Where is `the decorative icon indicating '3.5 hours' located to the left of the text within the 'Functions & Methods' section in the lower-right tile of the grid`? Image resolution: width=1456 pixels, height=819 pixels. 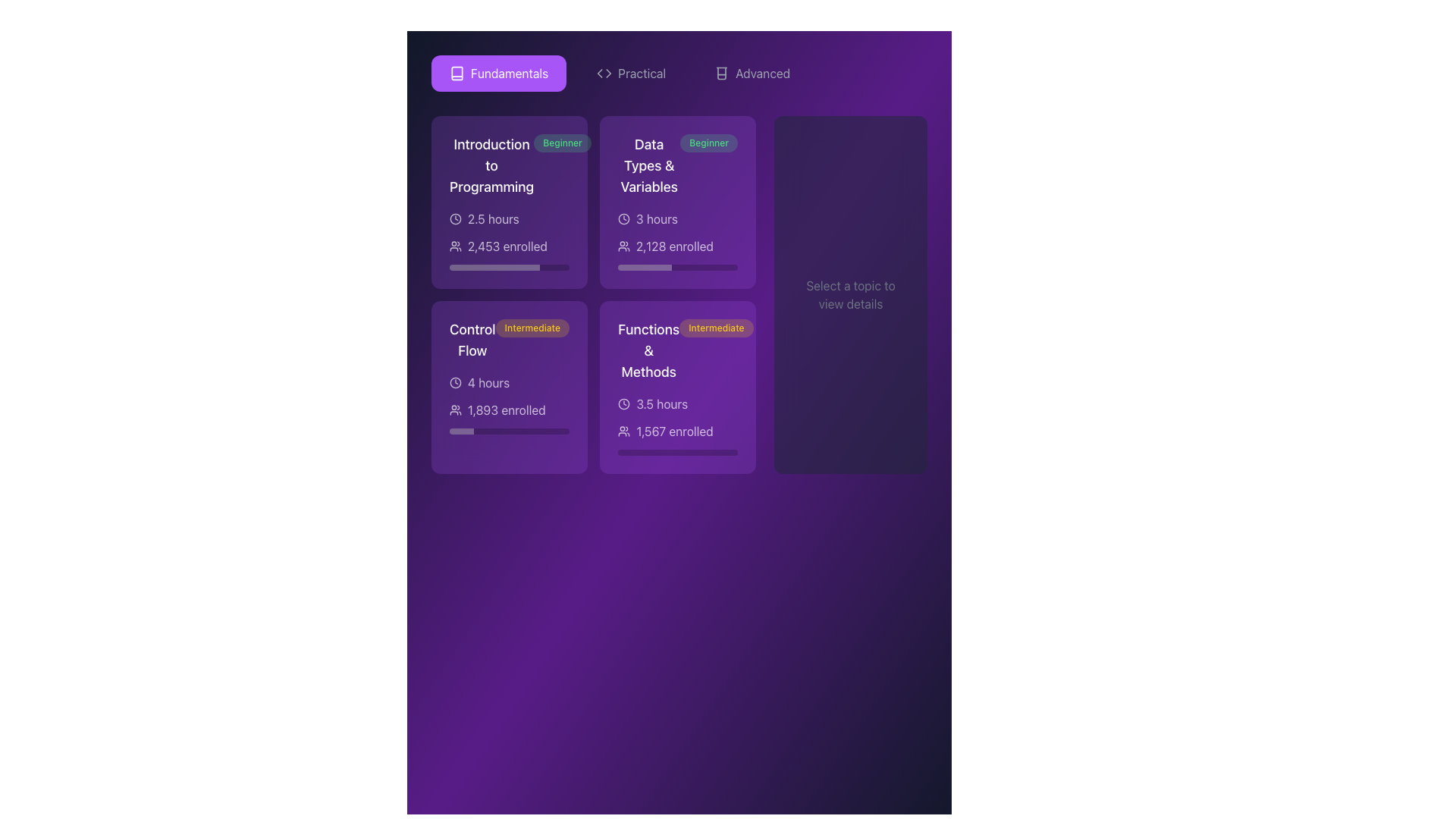 the decorative icon indicating '3.5 hours' located to the left of the text within the 'Functions & Methods' section in the lower-right tile of the grid is located at coordinates (623, 403).